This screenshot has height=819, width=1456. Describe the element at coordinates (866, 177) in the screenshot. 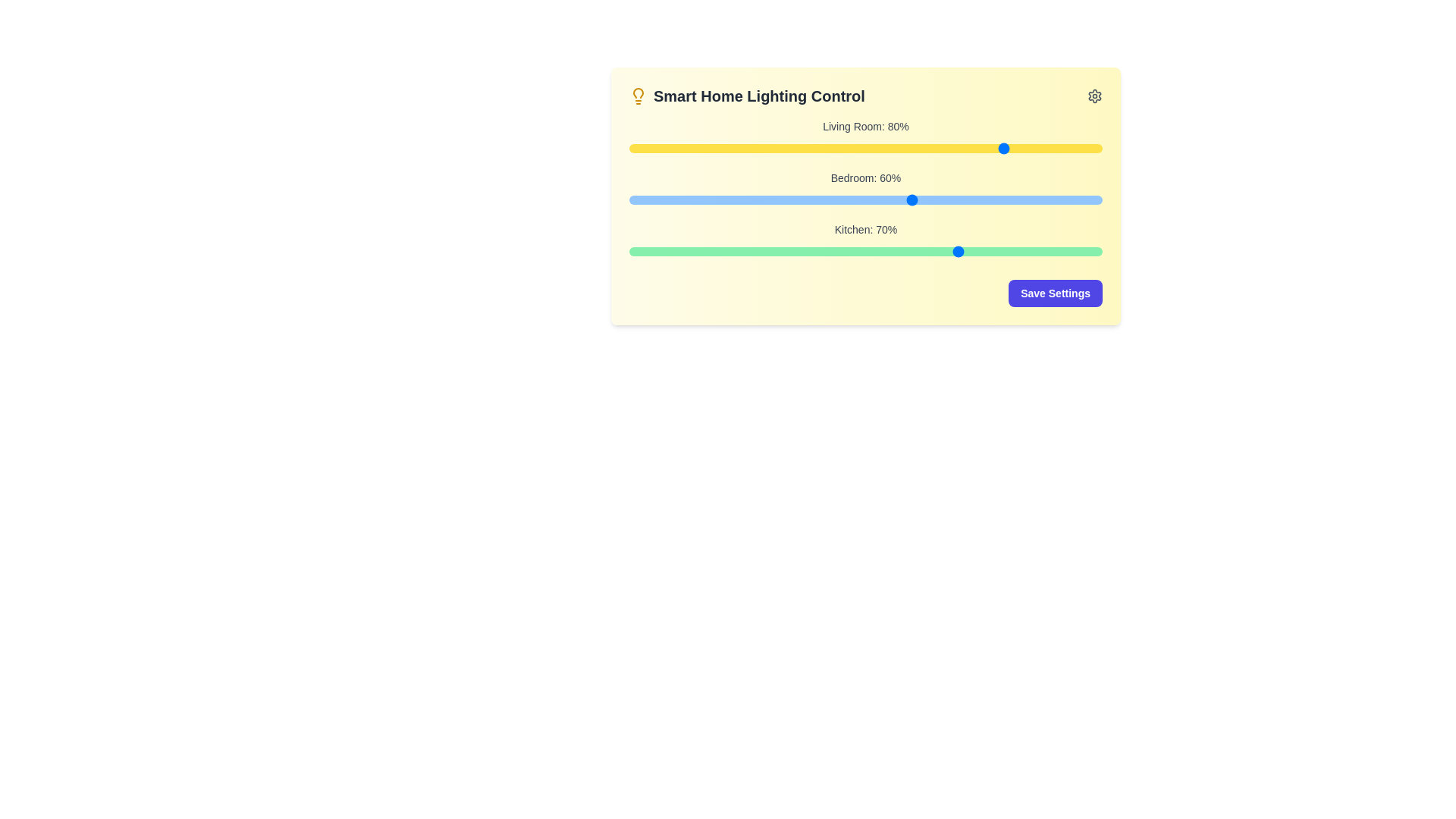

I see `the text label displaying 'Bedroom: 60%' which is positioned above the blue slider bar labeled 'Bedroom'` at that location.